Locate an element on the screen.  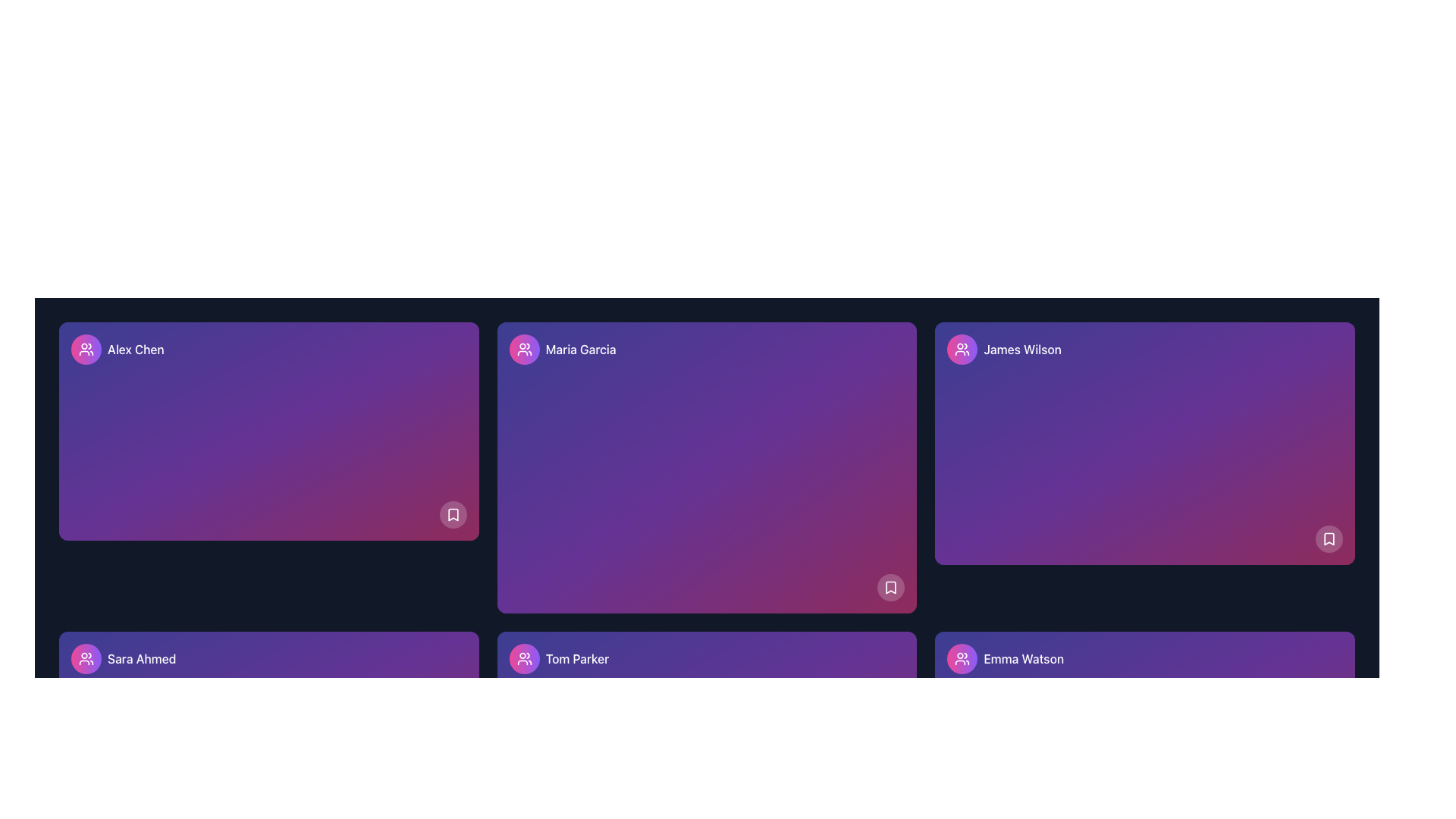
the bookmarking icon located in the bottom-right corner of the card displaying 'James Wilson' is located at coordinates (1328, 538).